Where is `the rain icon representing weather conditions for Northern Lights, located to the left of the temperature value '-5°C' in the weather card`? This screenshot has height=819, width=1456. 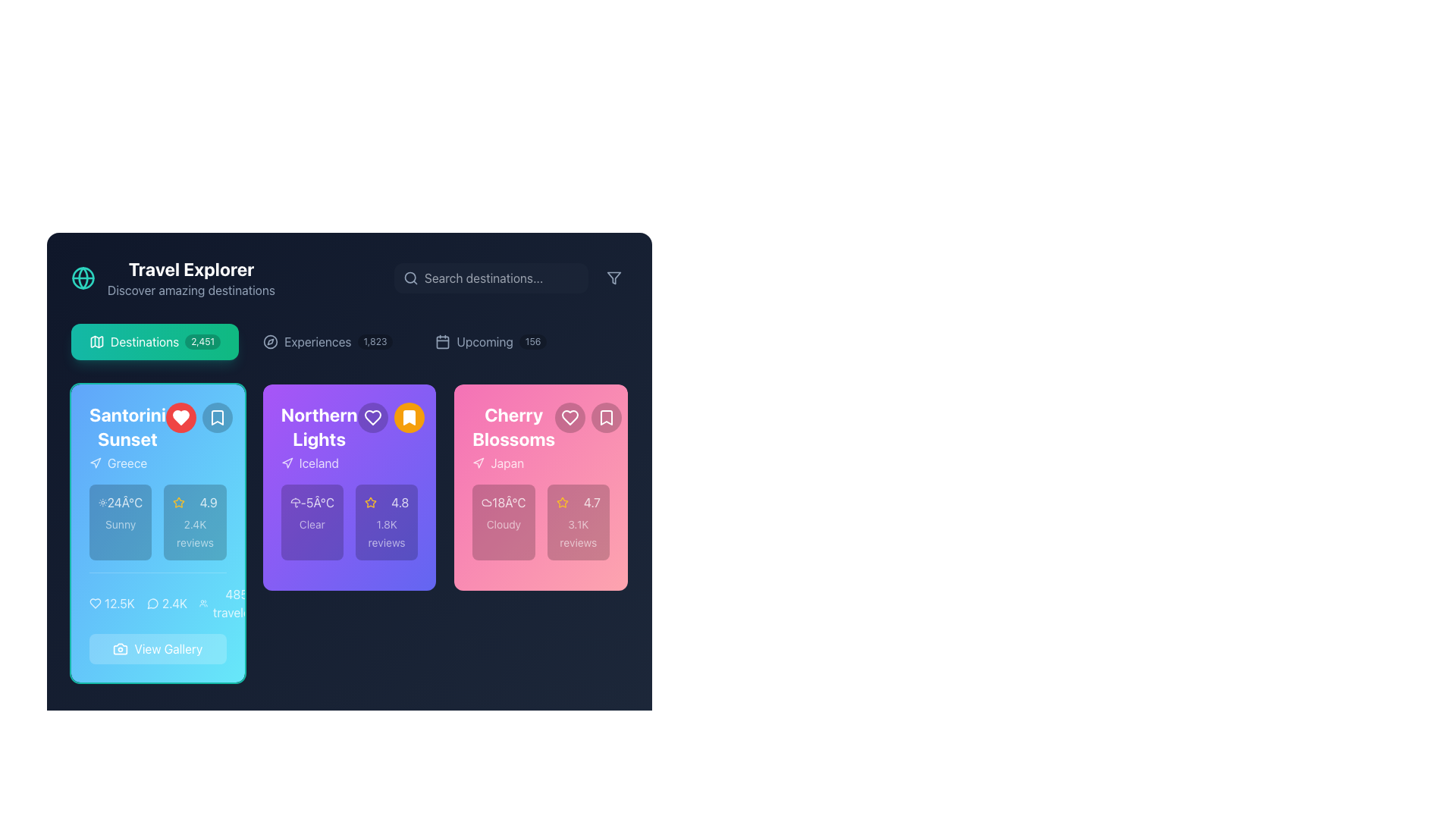
the rain icon representing weather conditions for Northern Lights, located to the left of the temperature value '-5°C' in the weather card is located at coordinates (295, 503).